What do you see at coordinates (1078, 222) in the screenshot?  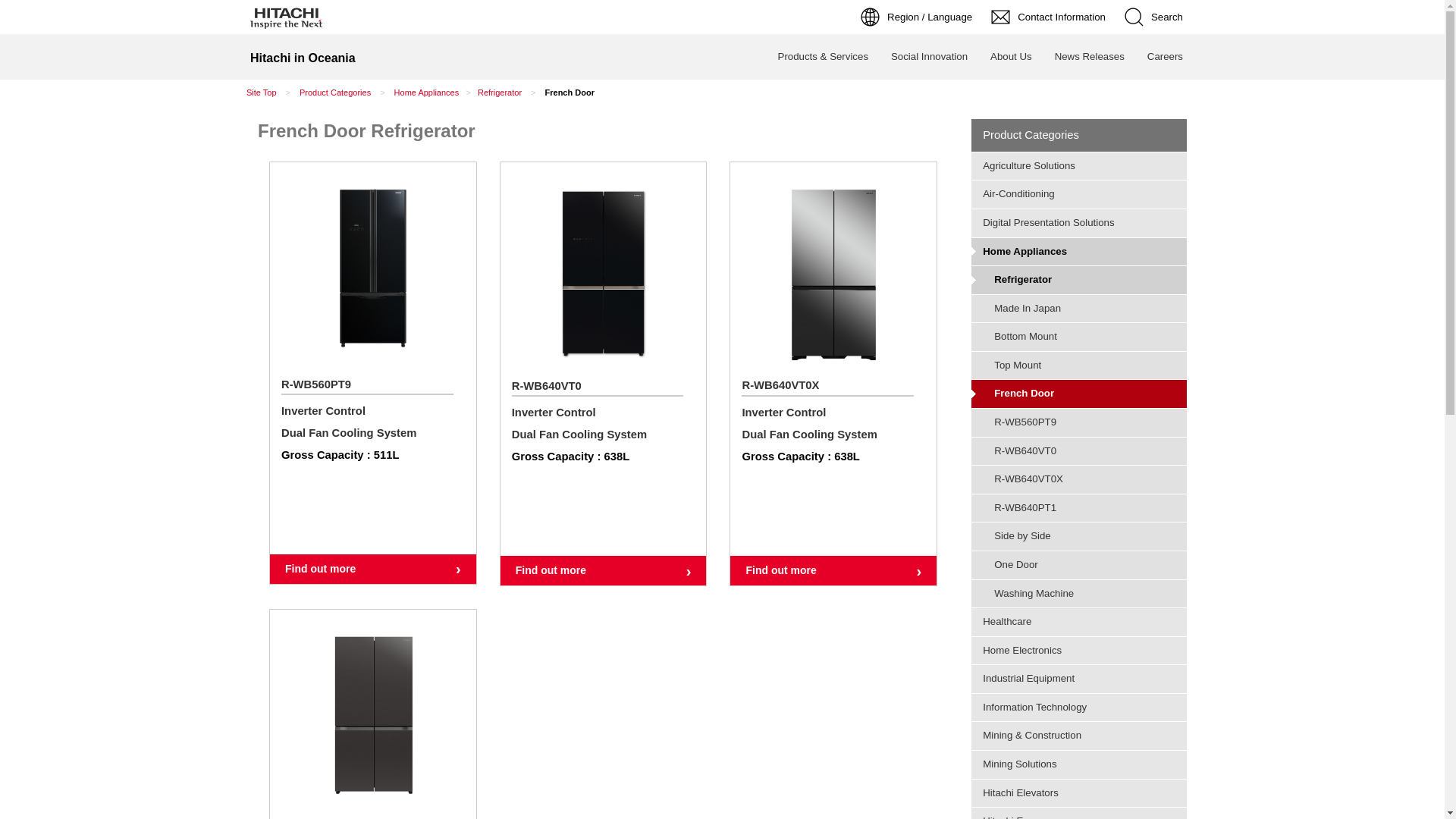 I see `'Digital Presentation Solutions'` at bounding box center [1078, 222].